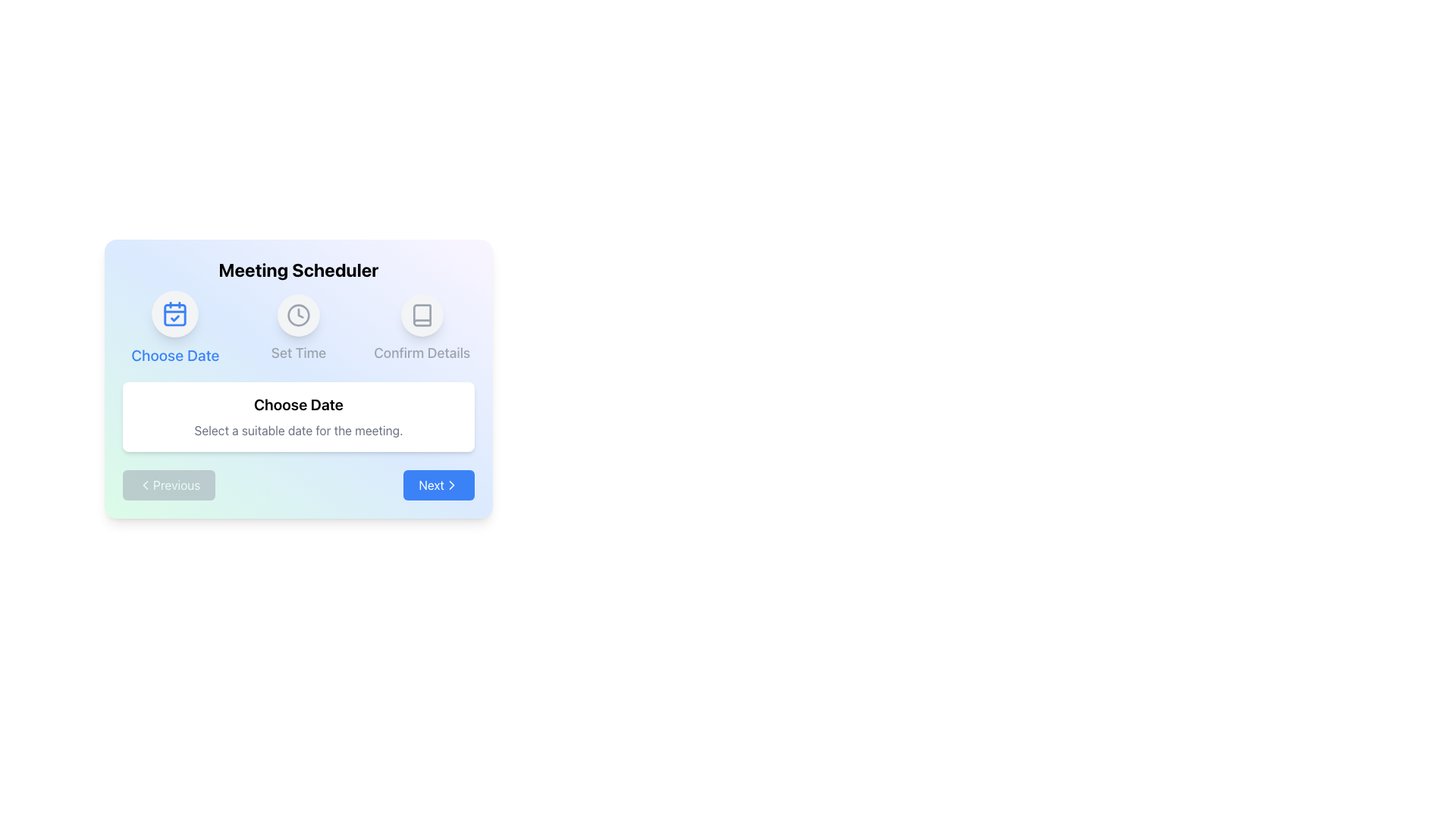  I want to click on the informational block with the heading 'Choose Date' and subtitle 'Select a suitable date for the meeting.', so click(298, 417).